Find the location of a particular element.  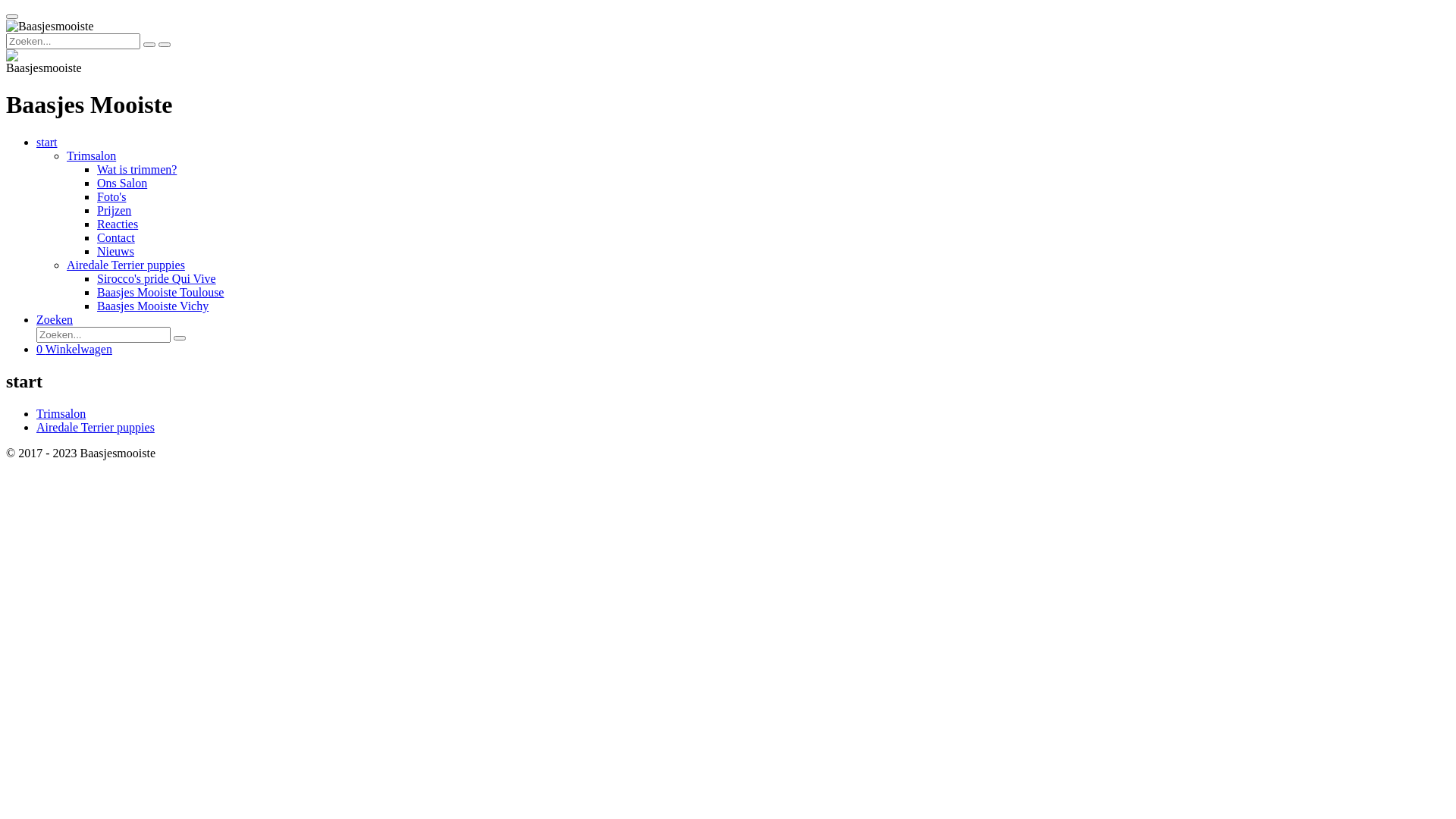

'Baasjes Mooiste Vichy' is located at coordinates (152, 306).